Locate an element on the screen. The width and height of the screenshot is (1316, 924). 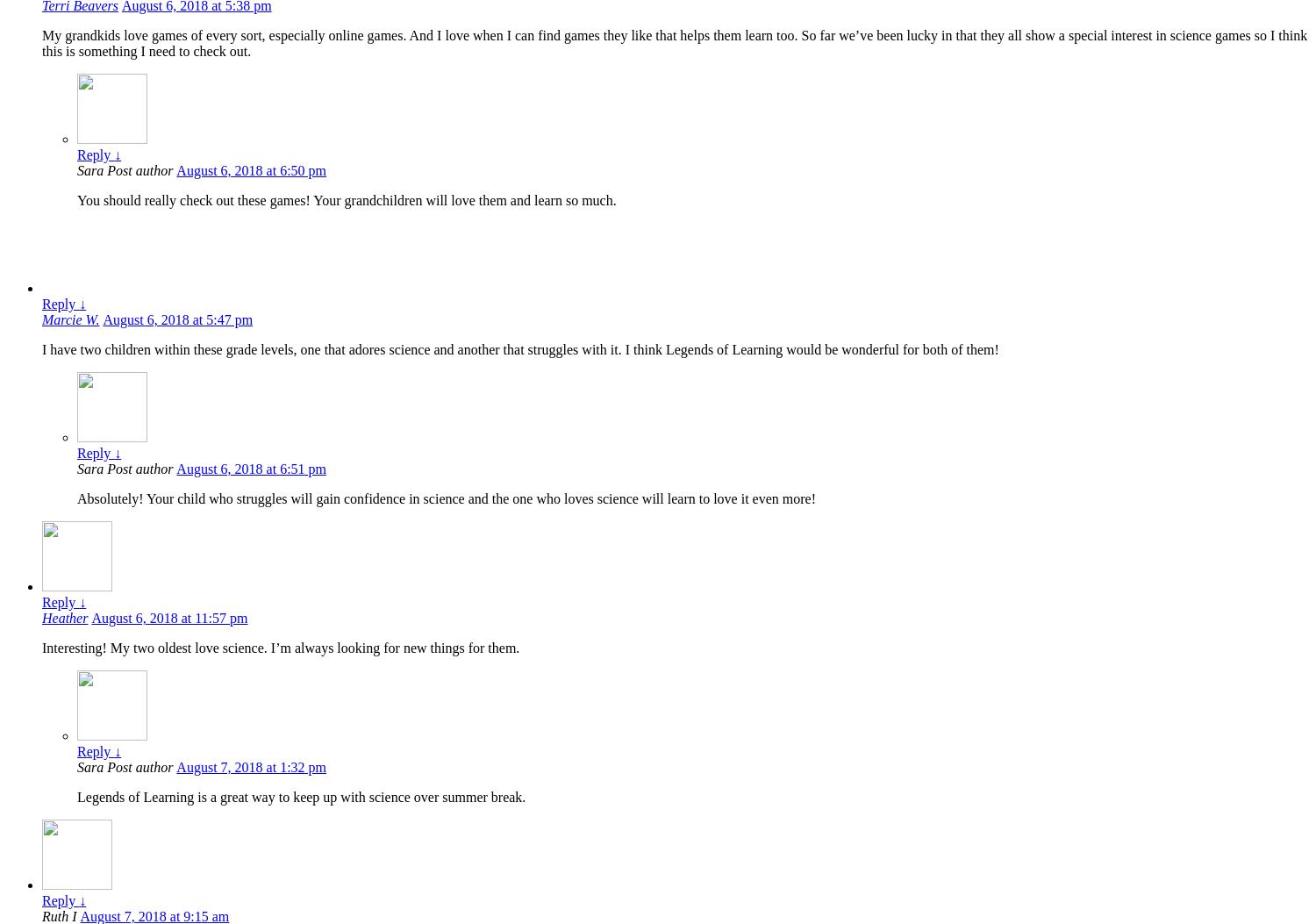
'I have two children within these grade levels, one that adores science and another that struggles with it. I think Legends of Learning would be wonderful for both of them!' is located at coordinates (42, 349).